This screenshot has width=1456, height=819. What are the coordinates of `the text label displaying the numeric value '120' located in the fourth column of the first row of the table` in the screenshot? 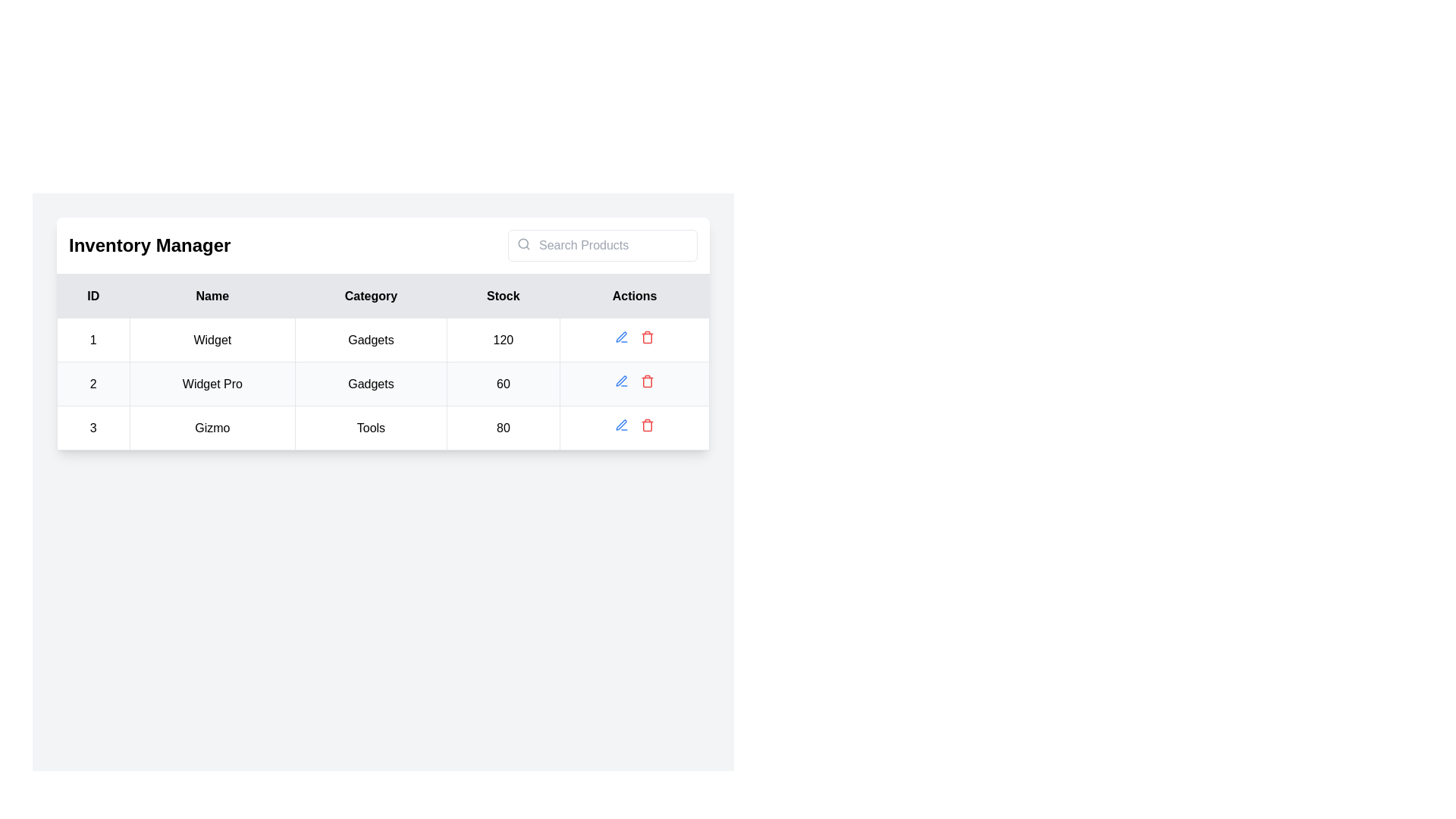 It's located at (503, 339).